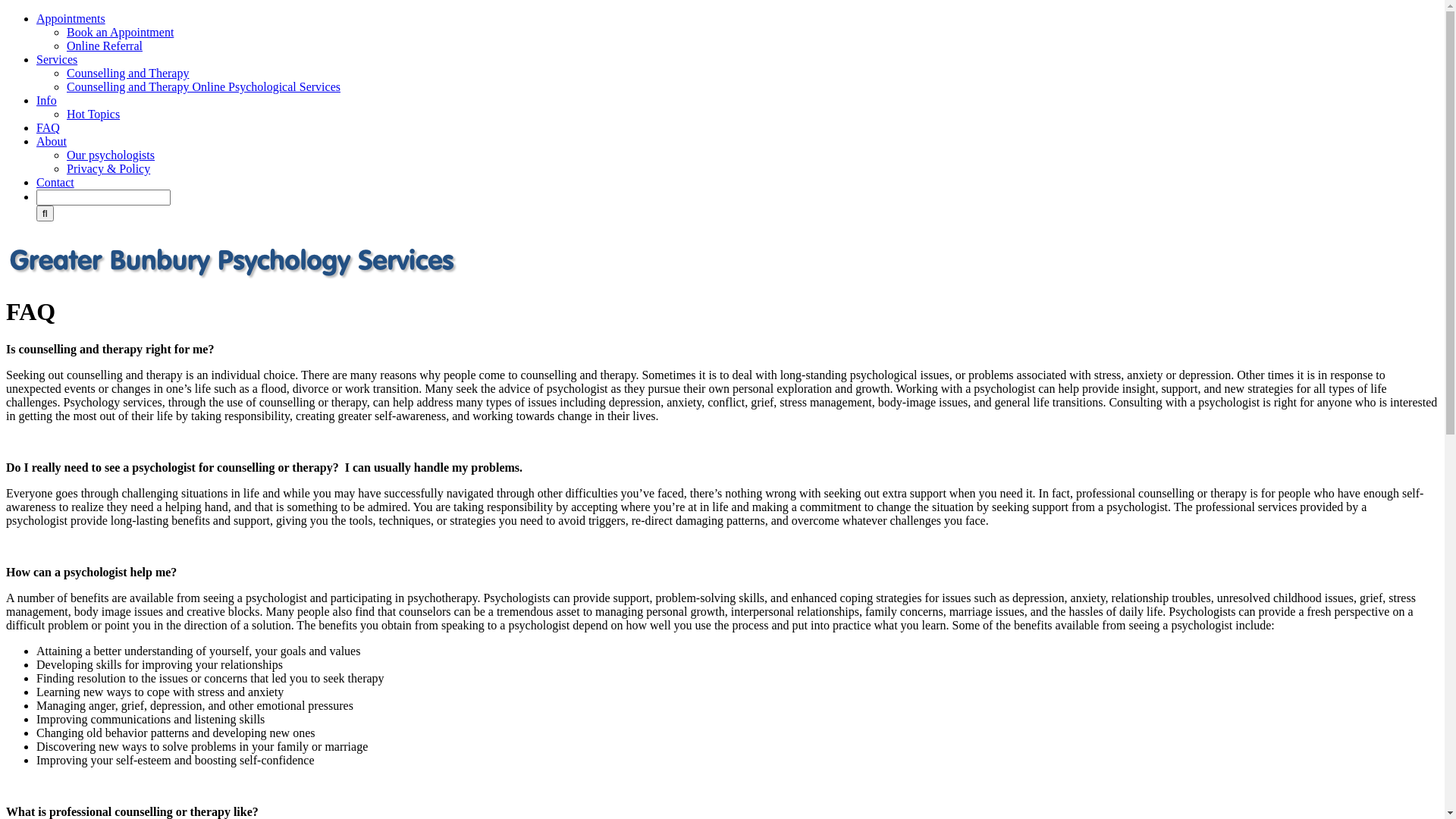 This screenshot has width=1456, height=819. Describe the element at coordinates (109, 155) in the screenshot. I see `'Our psychologists'` at that location.